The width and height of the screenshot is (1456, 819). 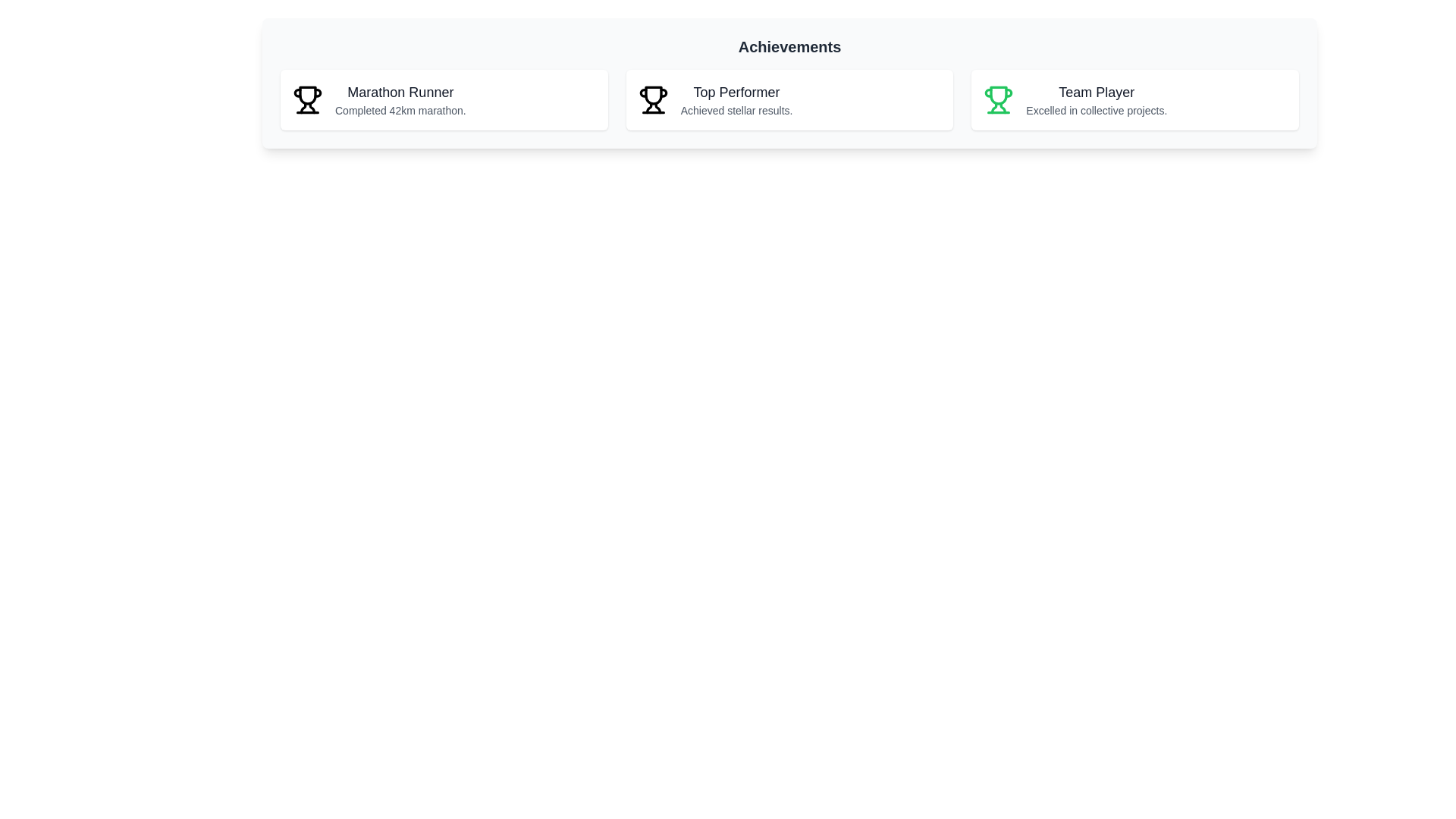 I want to click on the descriptive text displaying 'Excelled in collective projects.' located beneath the 'Team Player' title in the card with a green trophy icon, so click(x=1097, y=110).